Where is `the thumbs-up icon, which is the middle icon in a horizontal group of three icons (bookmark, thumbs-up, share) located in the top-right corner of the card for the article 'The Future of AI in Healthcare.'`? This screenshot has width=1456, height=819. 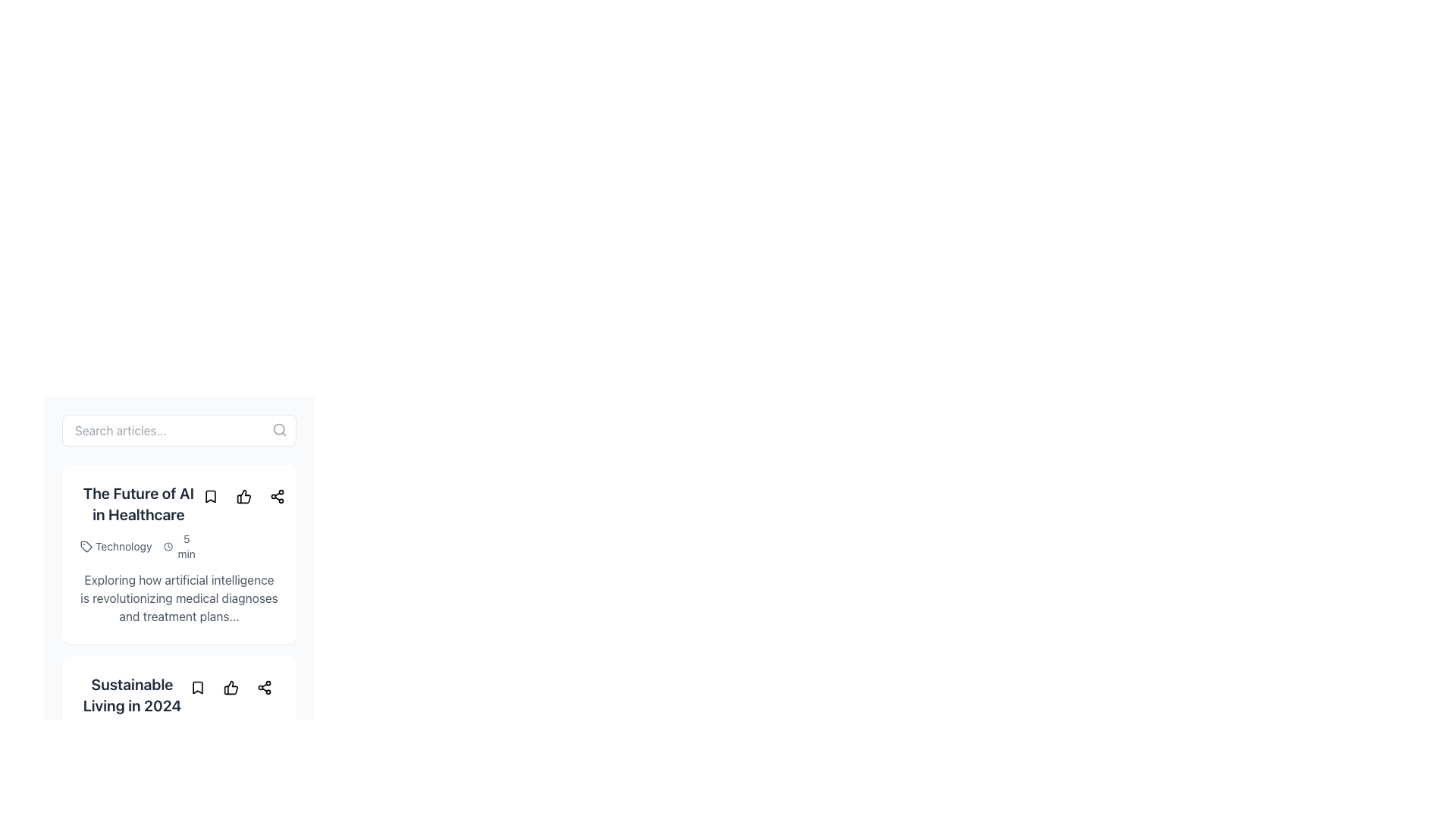
the thumbs-up icon, which is the middle icon in a horizontal group of three icons (bookmark, thumbs-up, share) located in the top-right corner of the card for the article 'The Future of AI in Healthcare.' is located at coordinates (243, 497).